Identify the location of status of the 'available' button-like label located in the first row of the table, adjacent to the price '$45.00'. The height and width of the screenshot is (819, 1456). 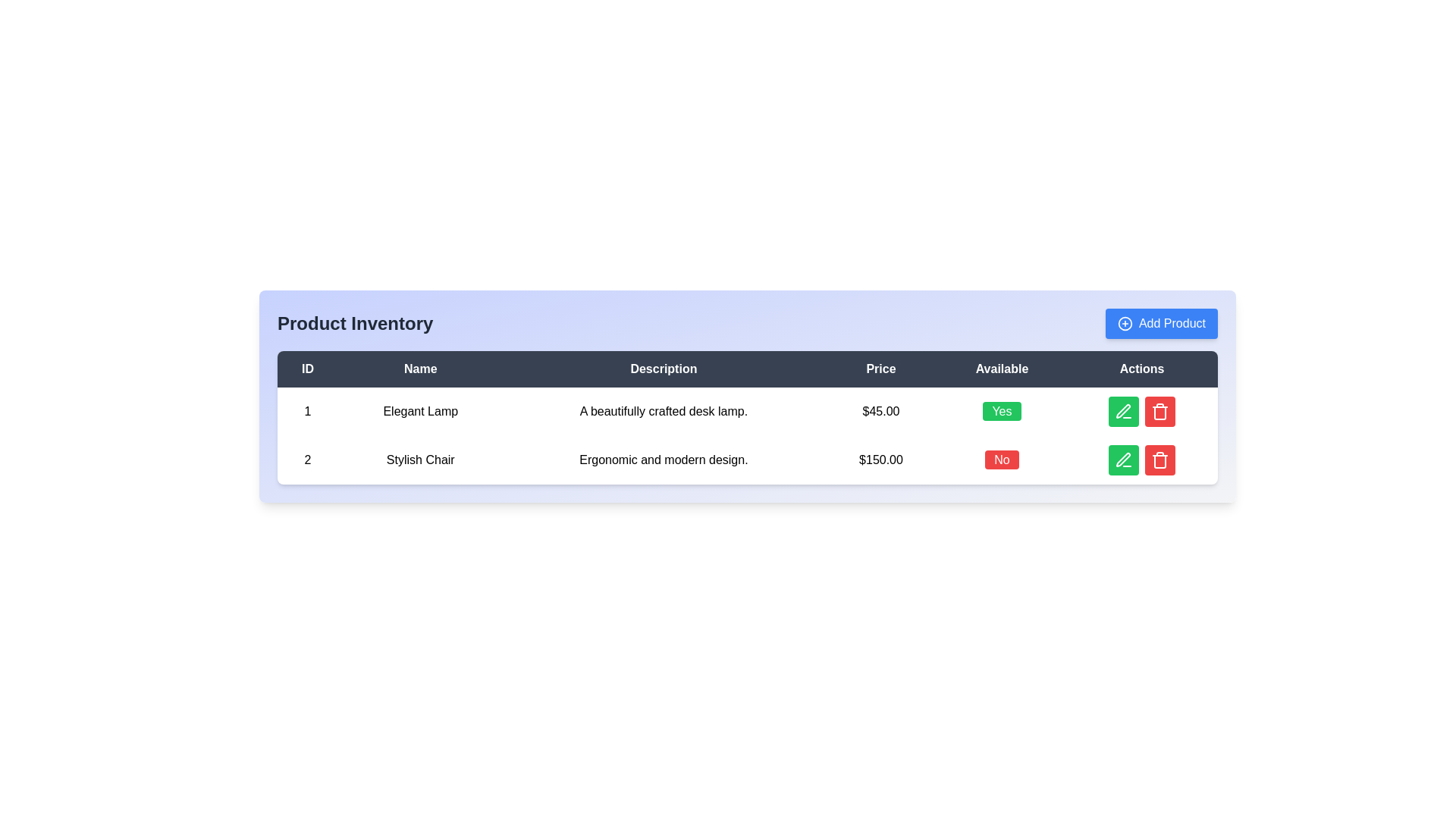
(1002, 412).